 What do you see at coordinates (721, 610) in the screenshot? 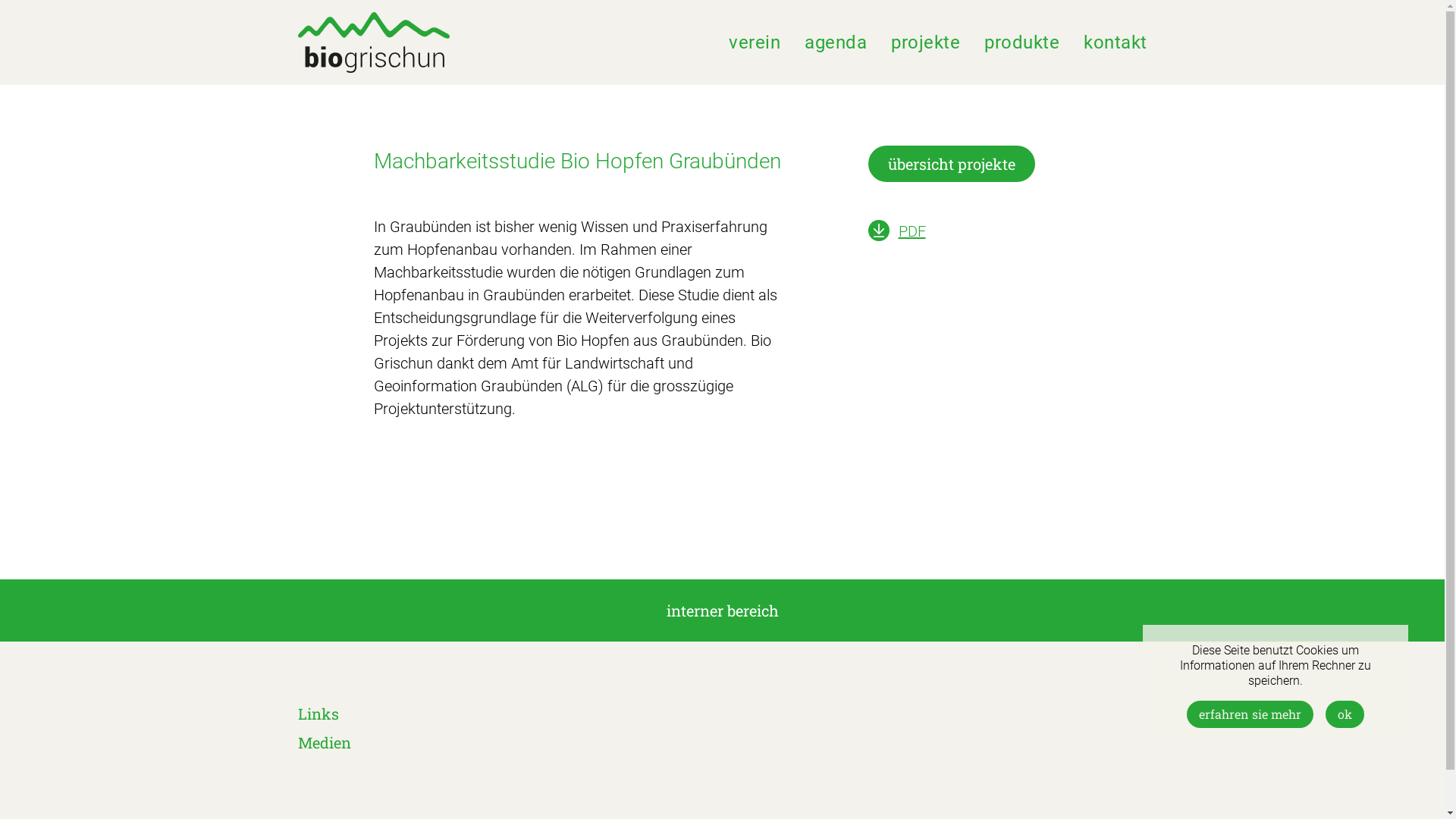
I see `'interner bereich'` at bounding box center [721, 610].